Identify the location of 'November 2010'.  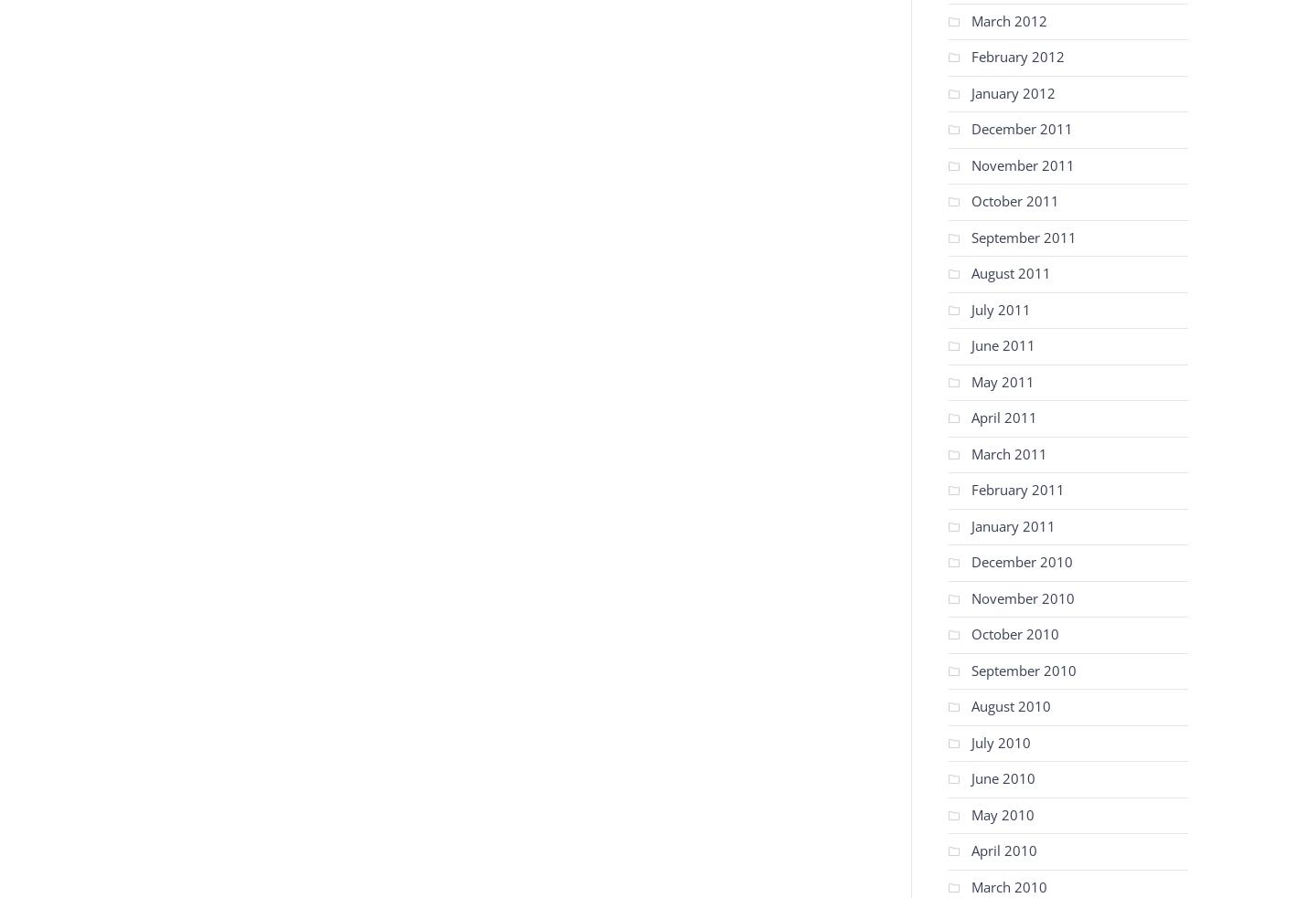
(1022, 597).